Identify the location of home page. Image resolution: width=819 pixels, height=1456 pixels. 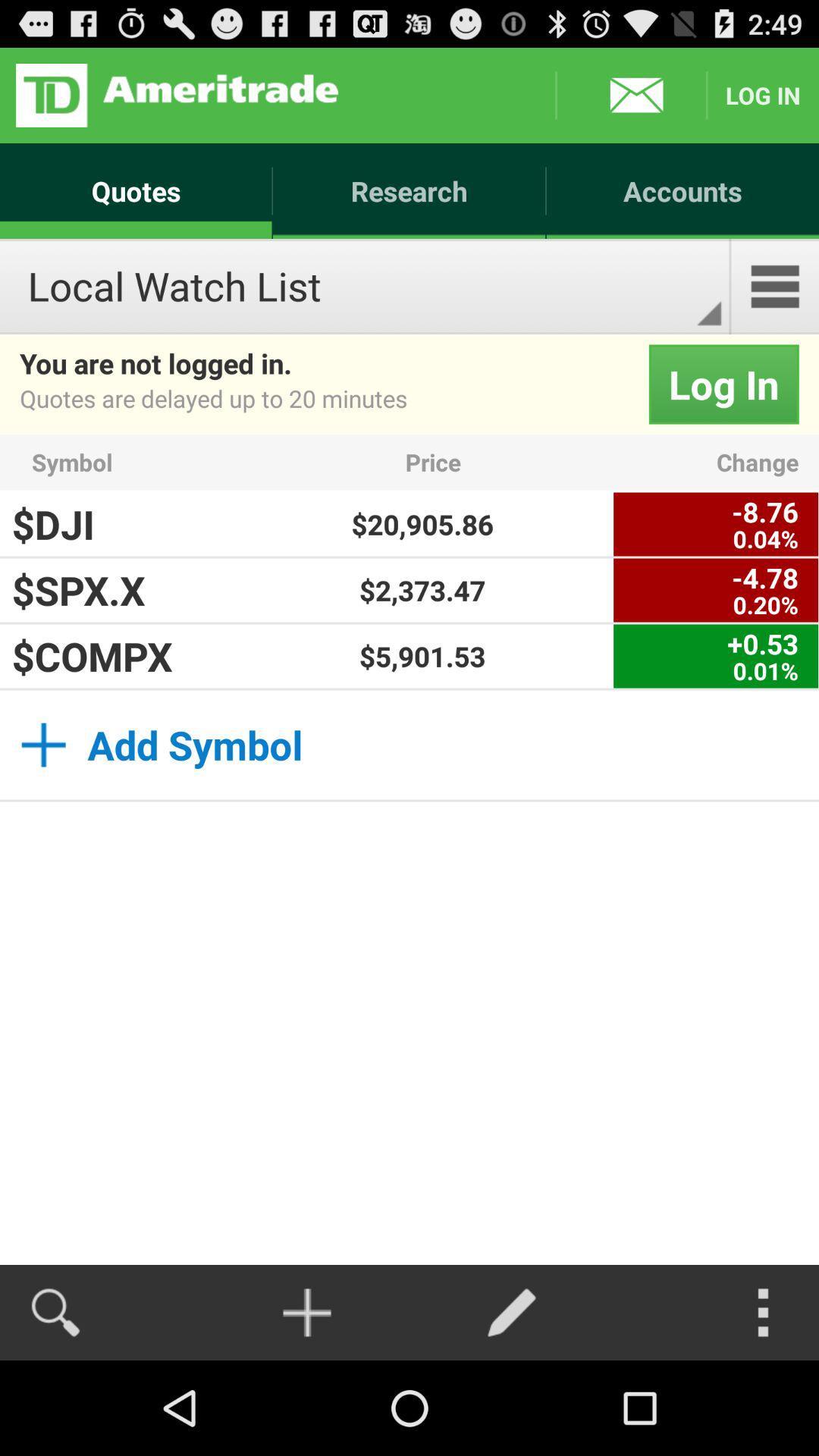
(176, 94).